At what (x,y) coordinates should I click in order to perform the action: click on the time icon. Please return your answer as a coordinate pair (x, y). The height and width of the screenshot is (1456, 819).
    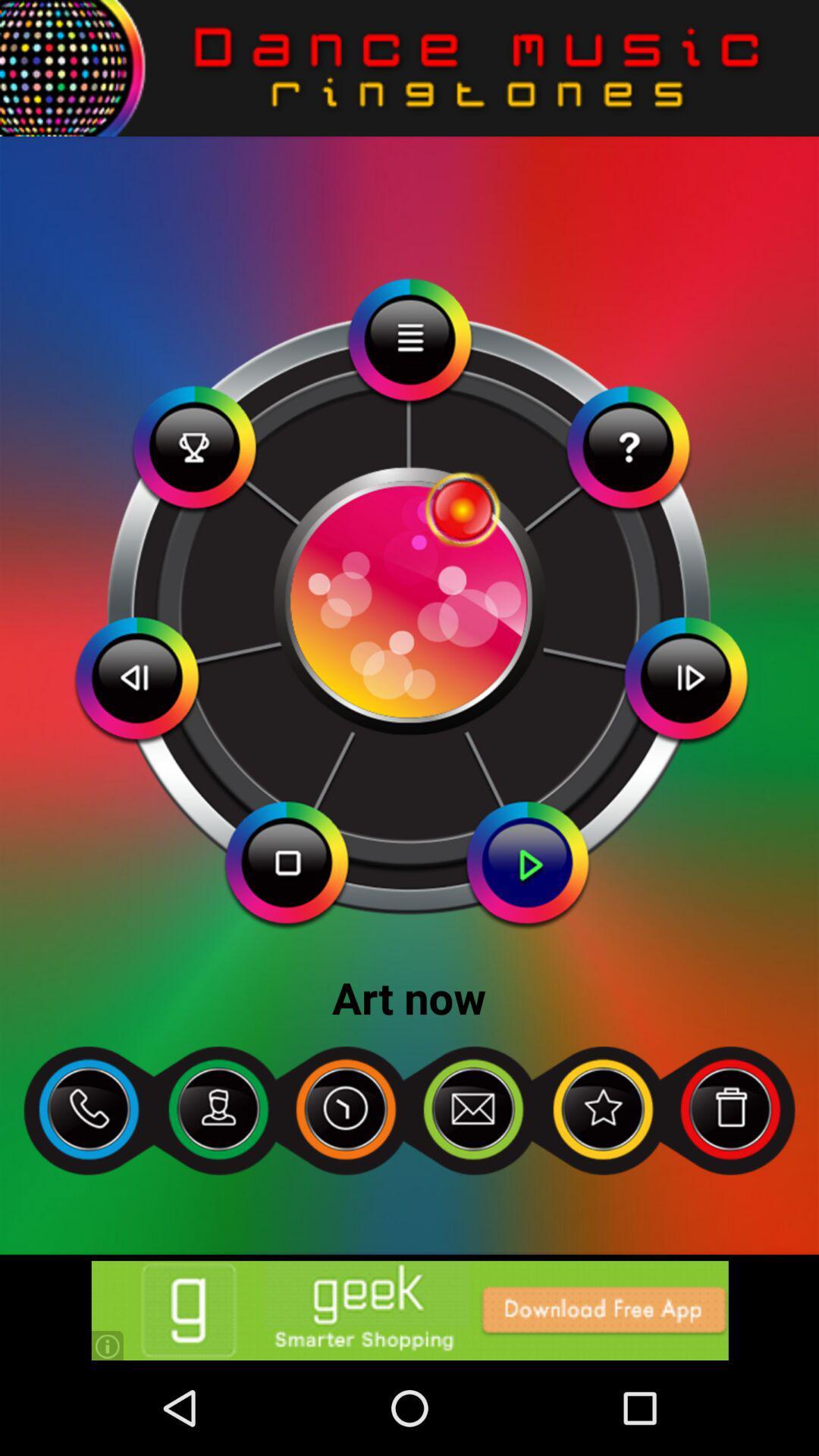
    Looking at the image, I should click on (345, 1188).